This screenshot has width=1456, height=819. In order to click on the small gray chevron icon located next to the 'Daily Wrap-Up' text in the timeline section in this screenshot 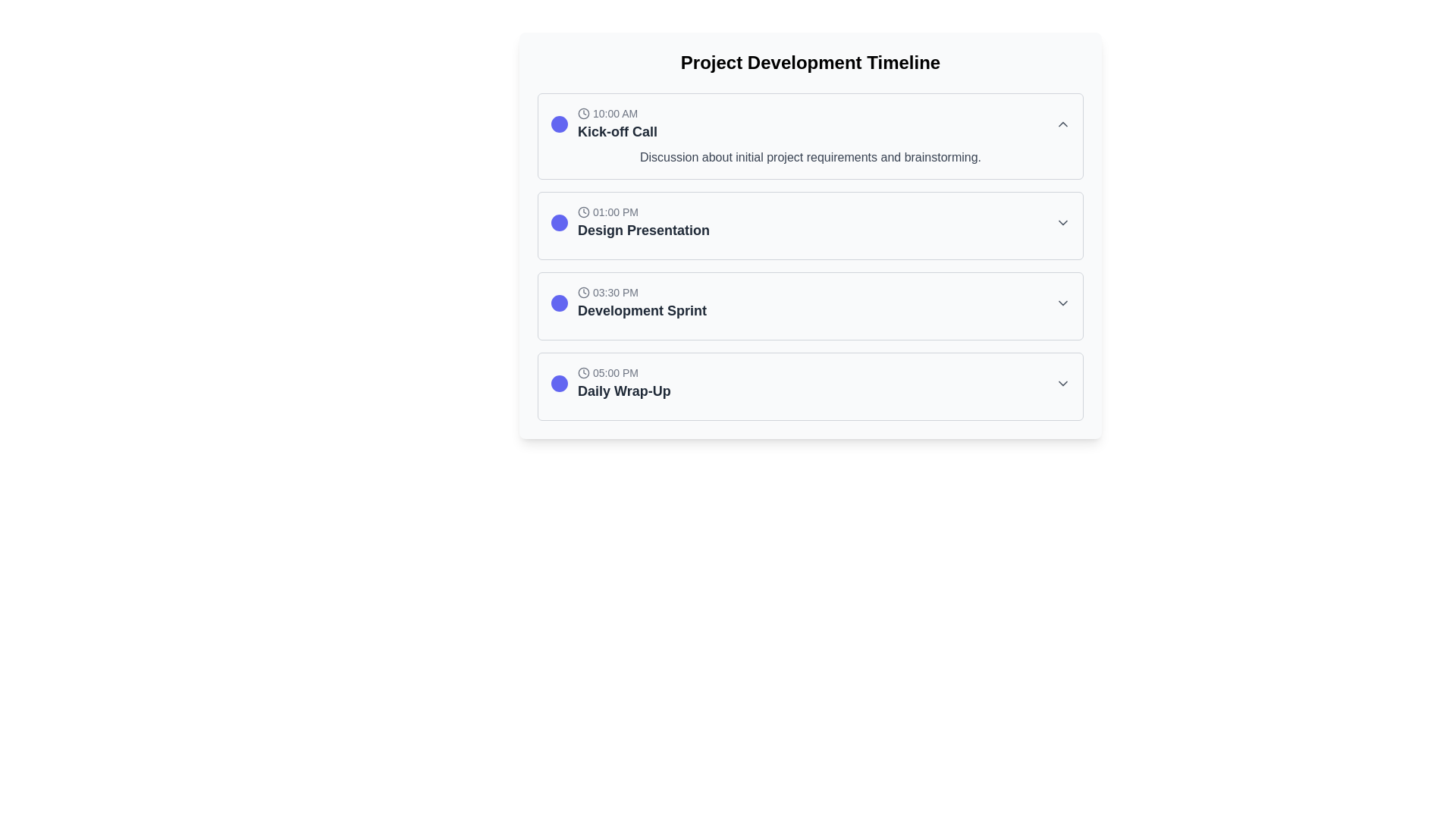, I will do `click(1062, 382)`.